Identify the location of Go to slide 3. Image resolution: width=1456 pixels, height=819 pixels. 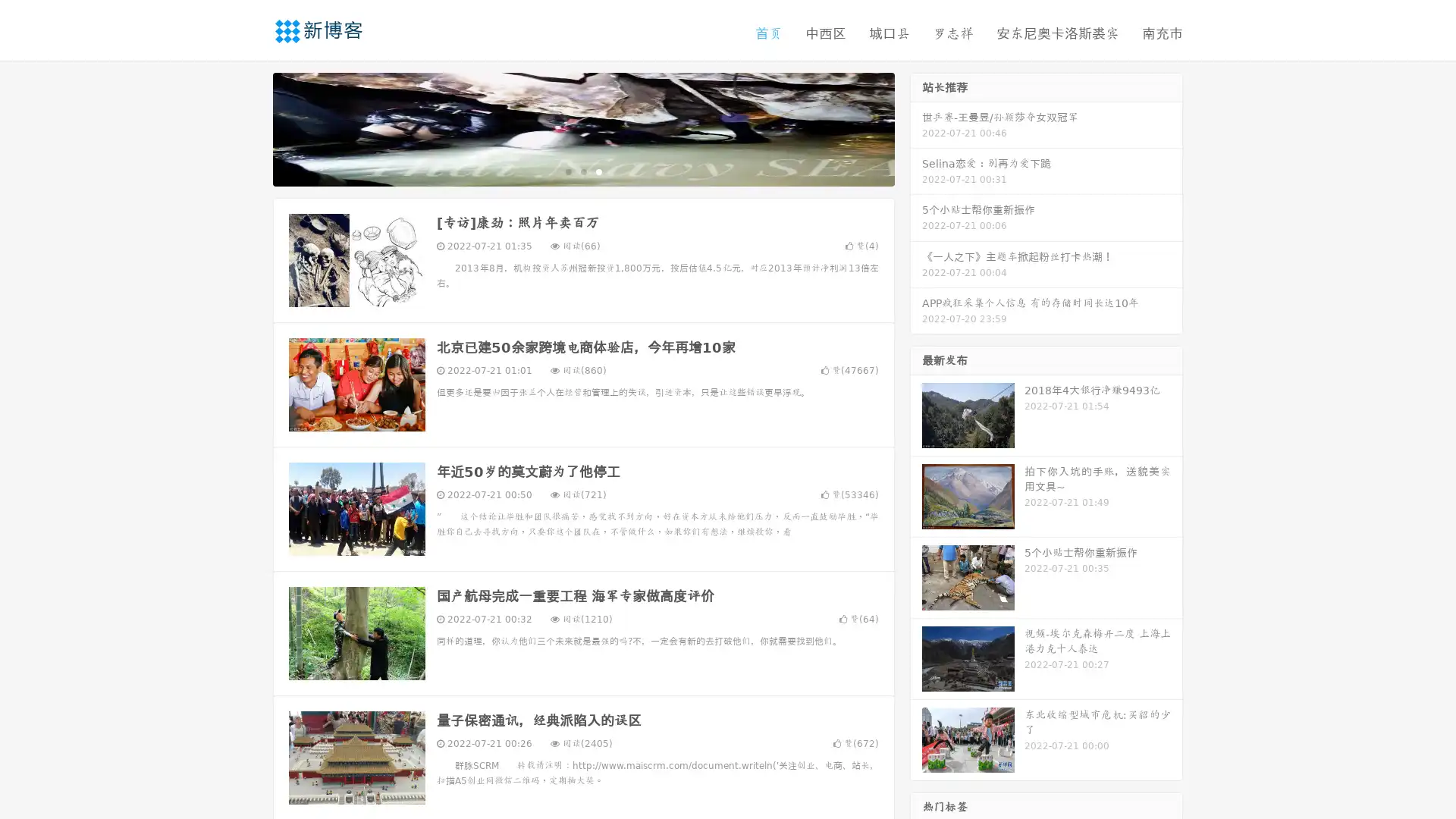
(598, 171).